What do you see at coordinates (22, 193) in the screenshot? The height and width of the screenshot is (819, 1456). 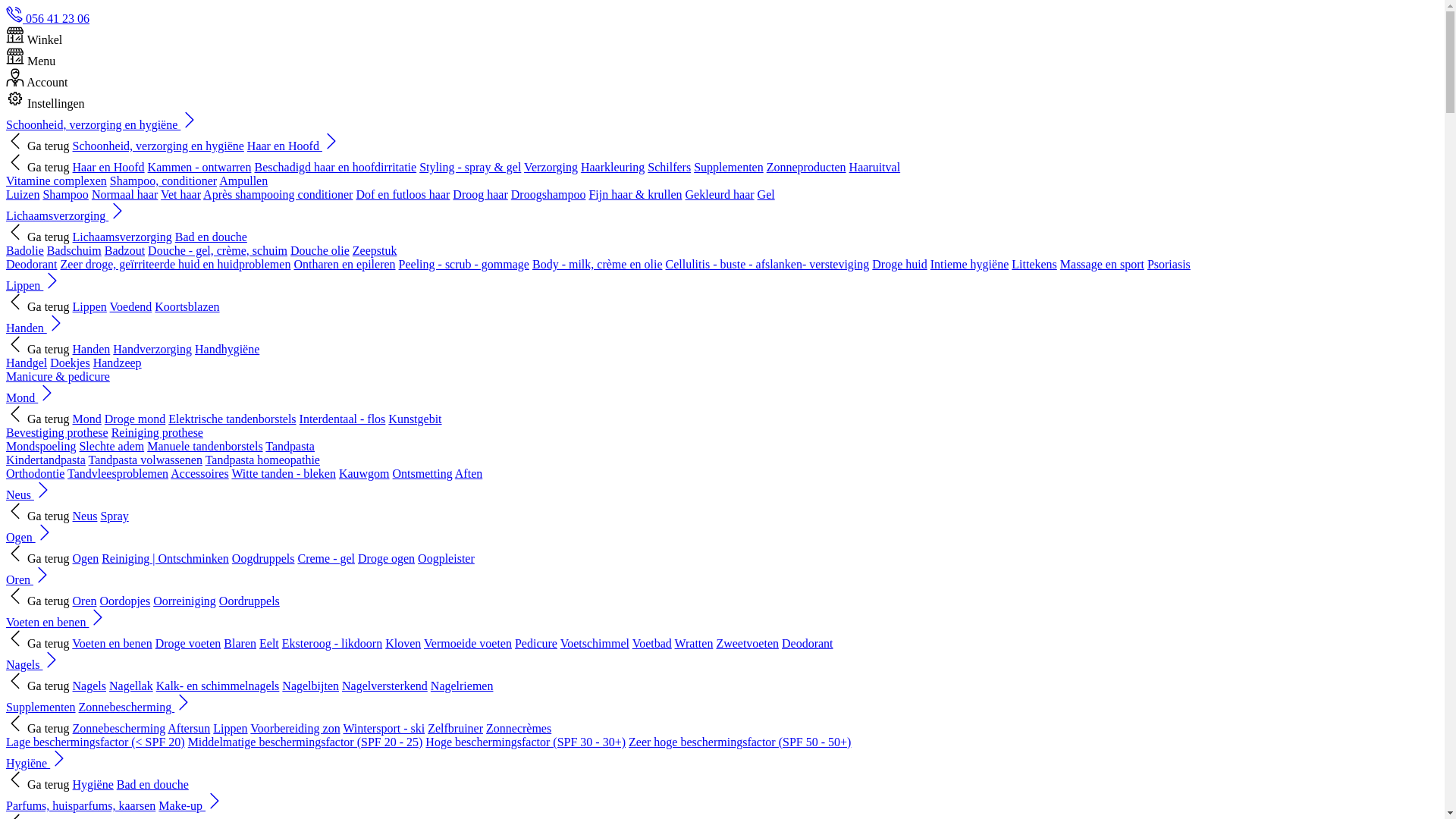 I see `'Luizen'` at bounding box center [22, 193].